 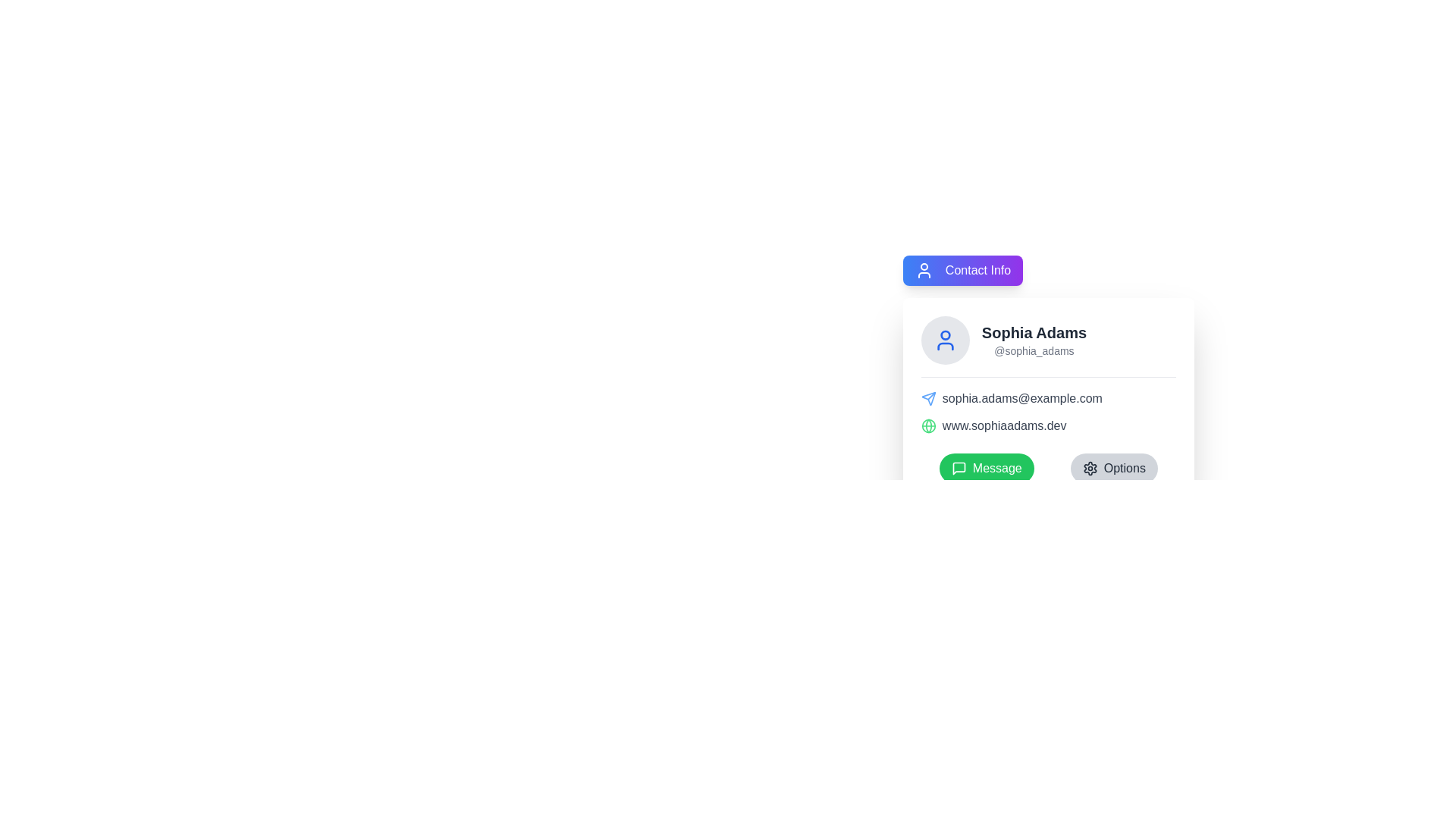 What do you see at coordinates (1047, 397) in the screenshot?
I see `the email address text label located` at bounding box center [1047, 397].